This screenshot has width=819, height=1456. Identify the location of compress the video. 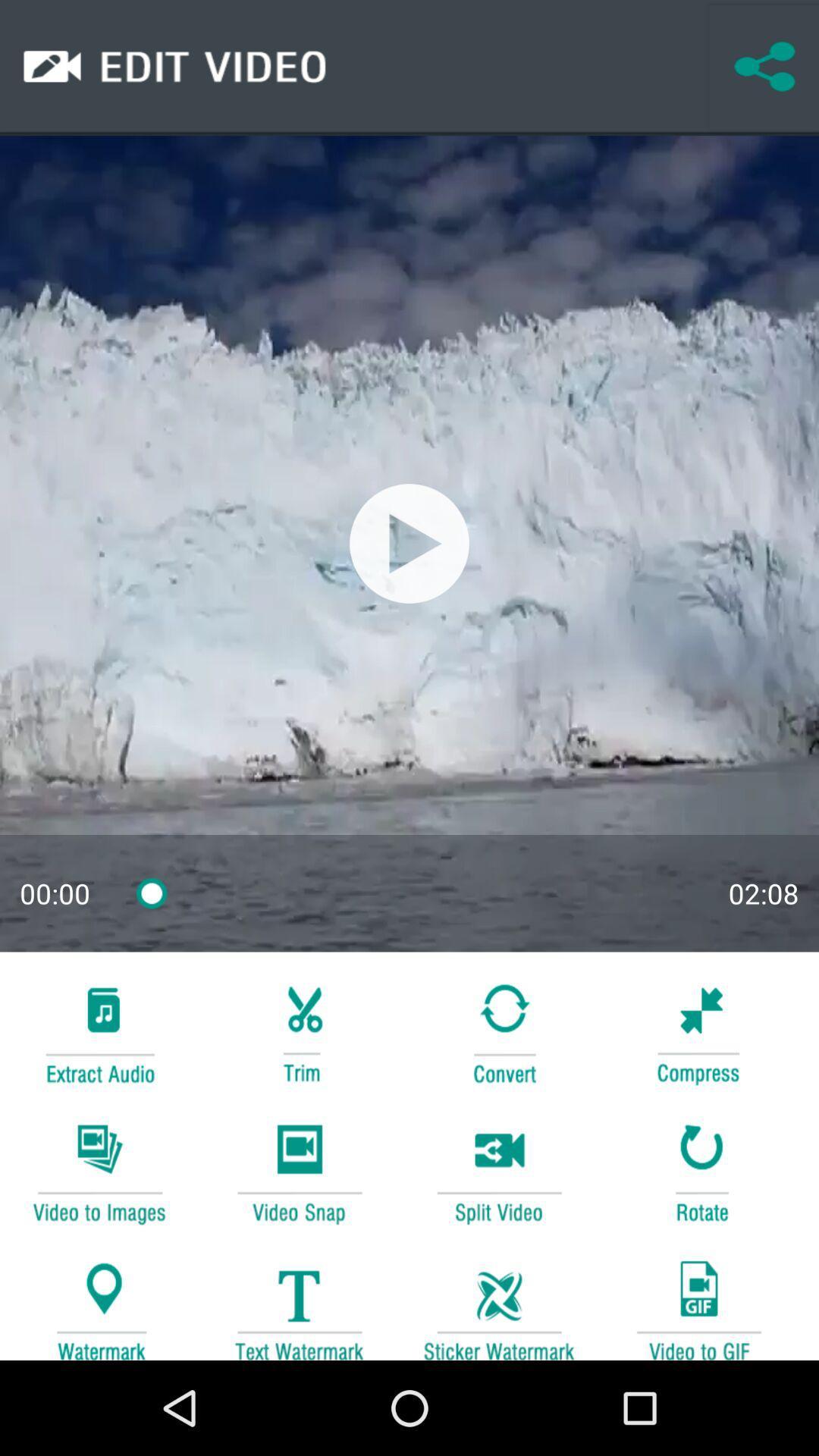
(698, 1031).